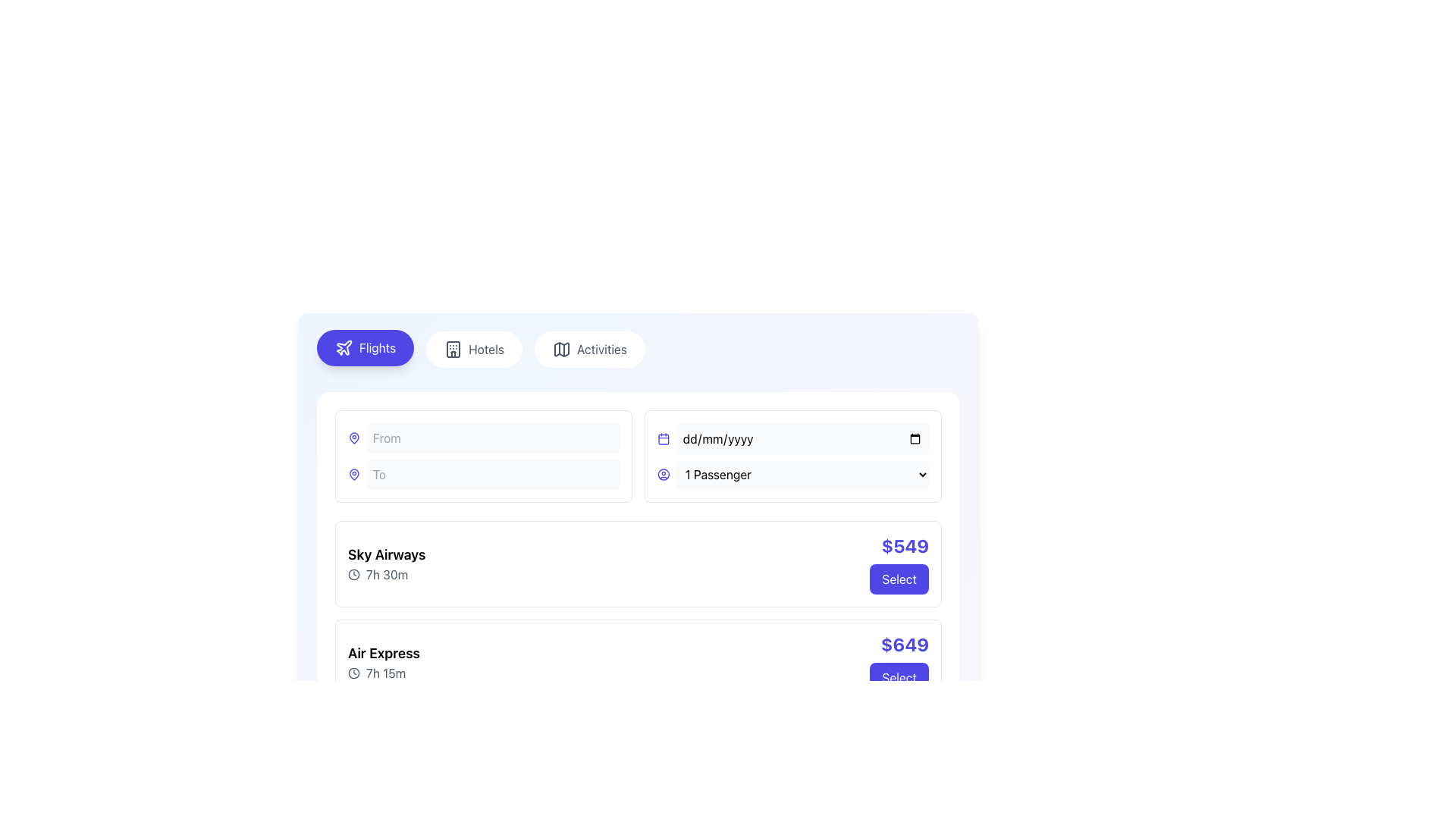 This screenshot has width=1456, height=819. I want to click on the Decorative SVG icon resembling a map pin located in the 'To' input field's prefix icon area, which precedes the text input field, so click(353, 438).